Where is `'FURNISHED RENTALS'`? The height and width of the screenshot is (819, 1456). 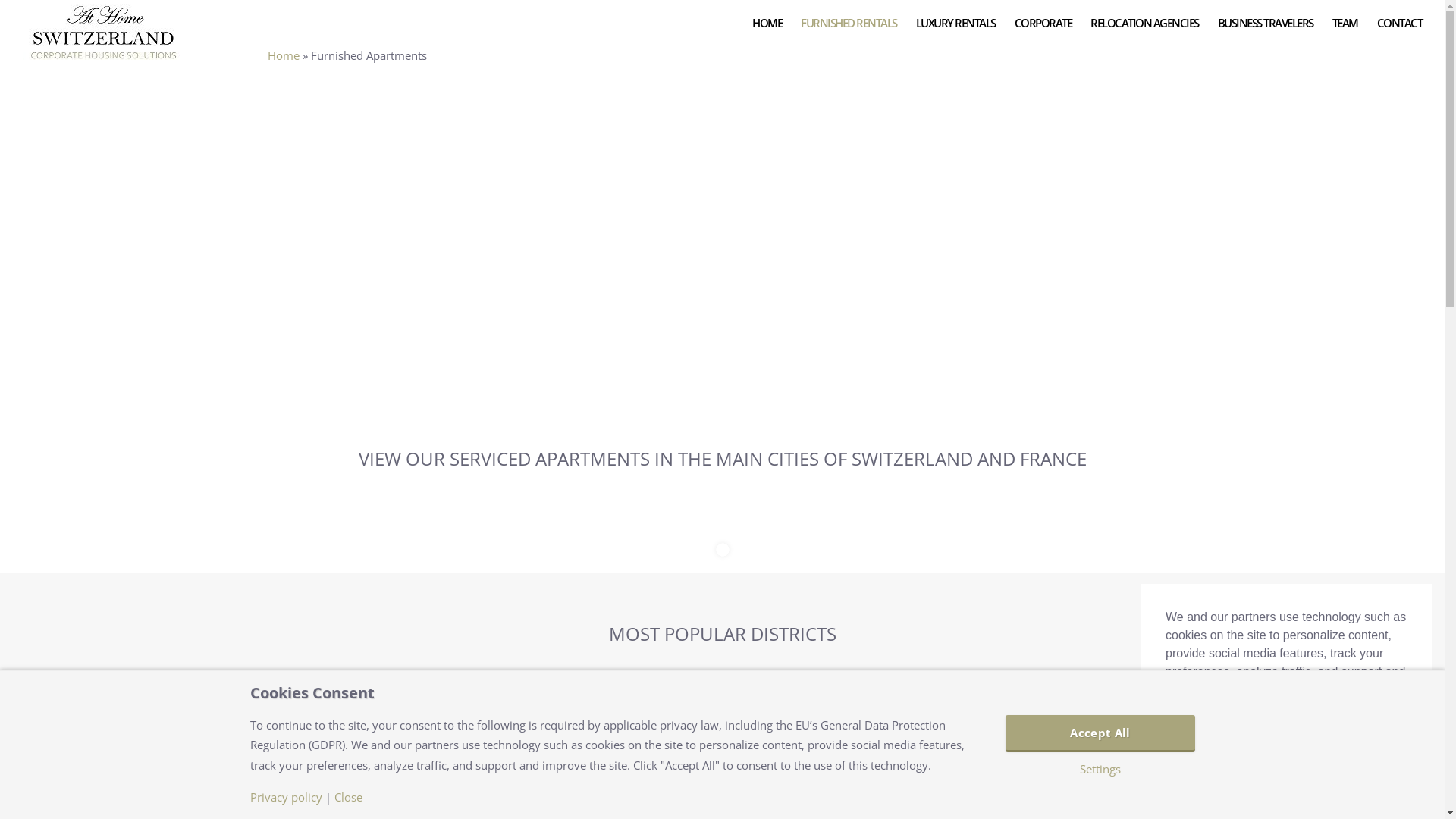 'FURNISHED RENTALS' is located at coordinates (800, 23).